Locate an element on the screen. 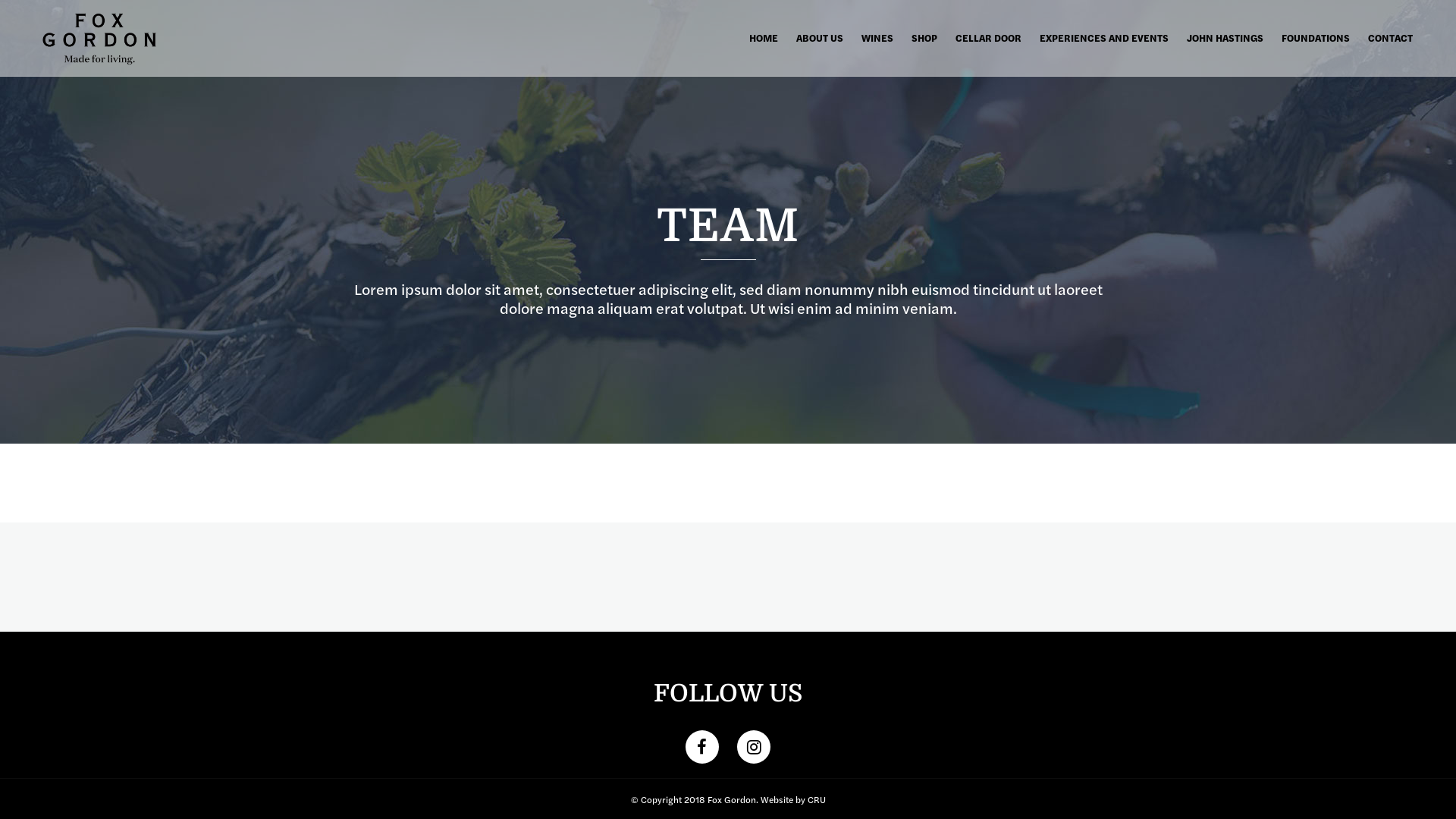  'ABOUT US' is located at coordinates (818, 37).